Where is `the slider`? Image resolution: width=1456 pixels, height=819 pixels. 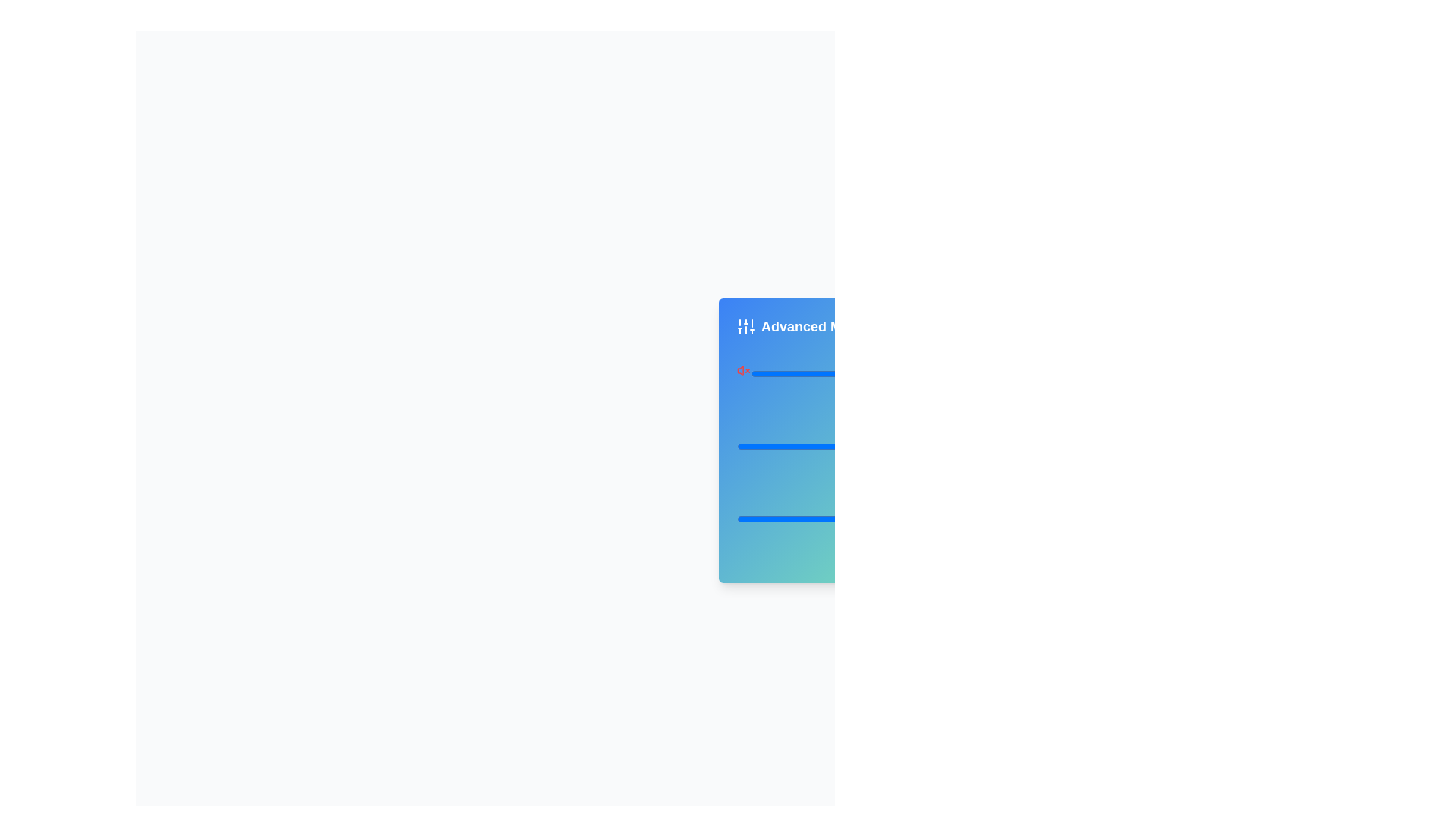 the slider is located at coordinates (757, 374).